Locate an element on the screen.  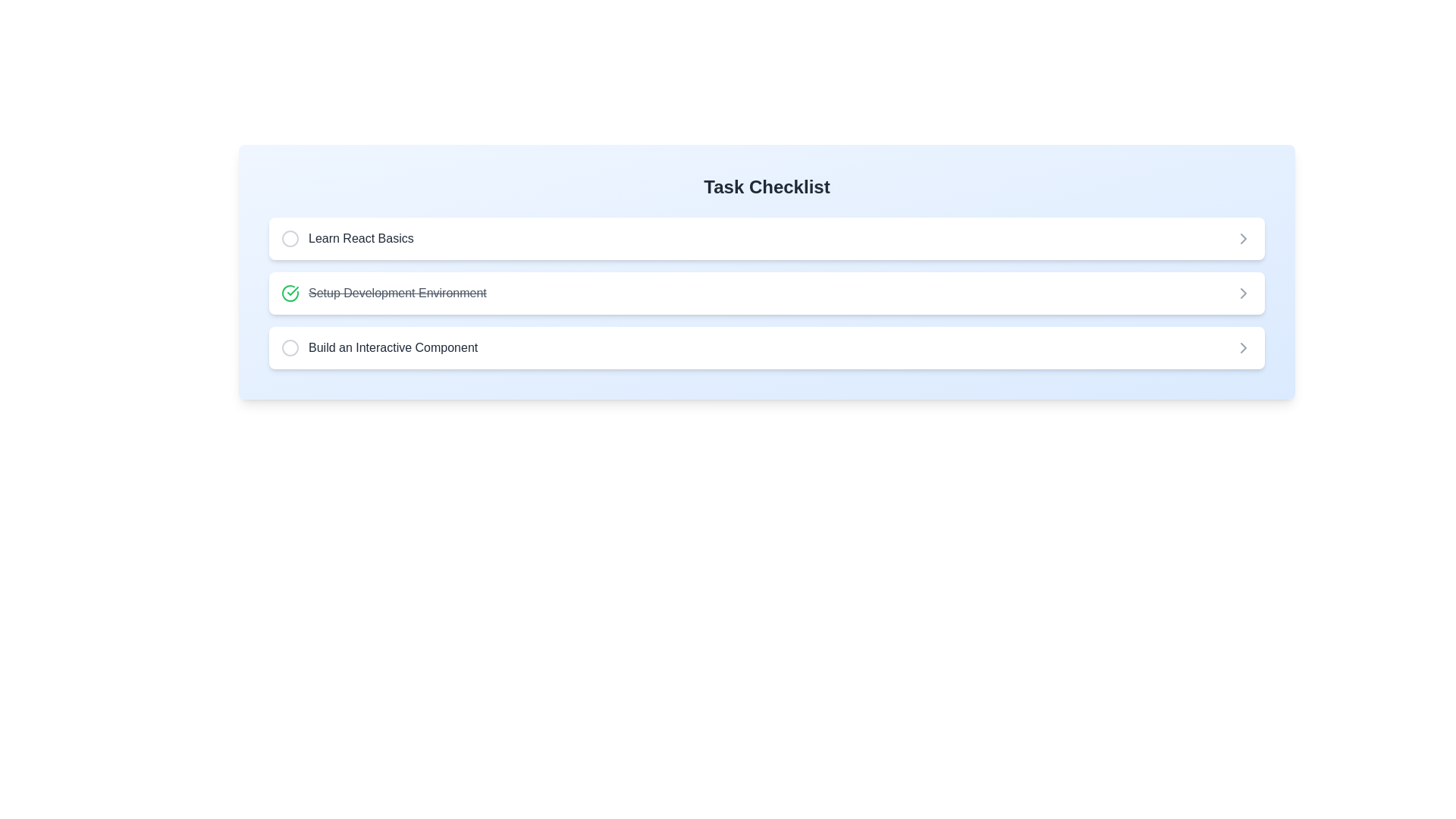
the Chevron icon located at the far right side of the 'Setup Development Environment' panel to present the tooltip is located at coordinates (1244, 293).